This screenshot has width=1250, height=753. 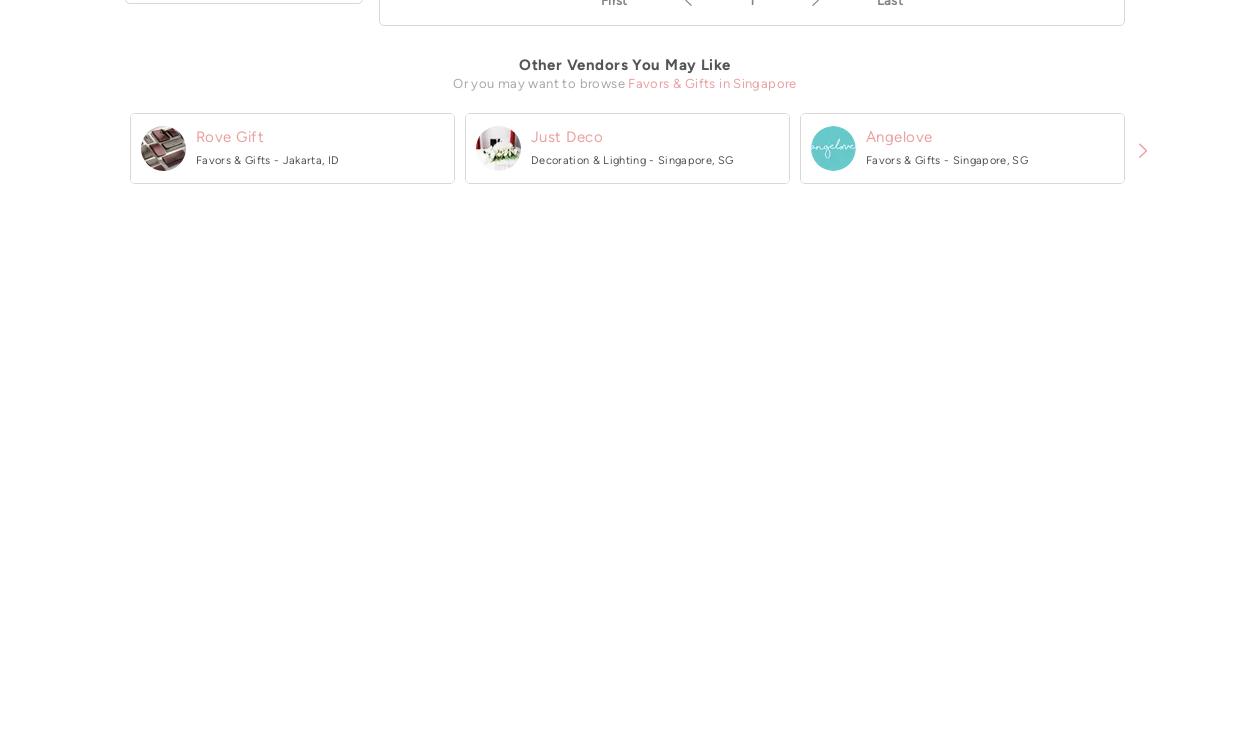 I want to click on 'Angelove', so click(x=865, y=135).